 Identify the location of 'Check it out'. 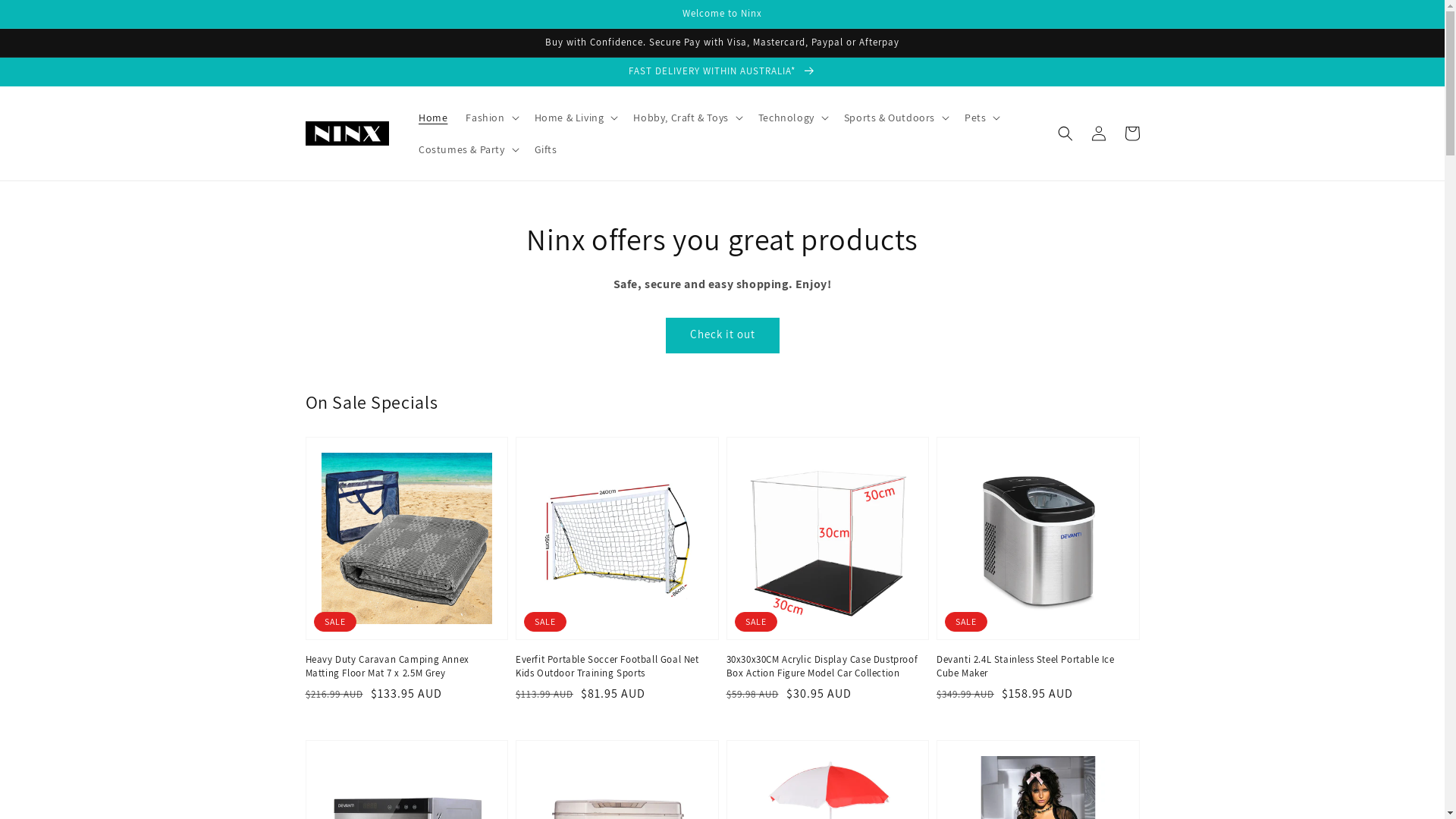
(720, 334).